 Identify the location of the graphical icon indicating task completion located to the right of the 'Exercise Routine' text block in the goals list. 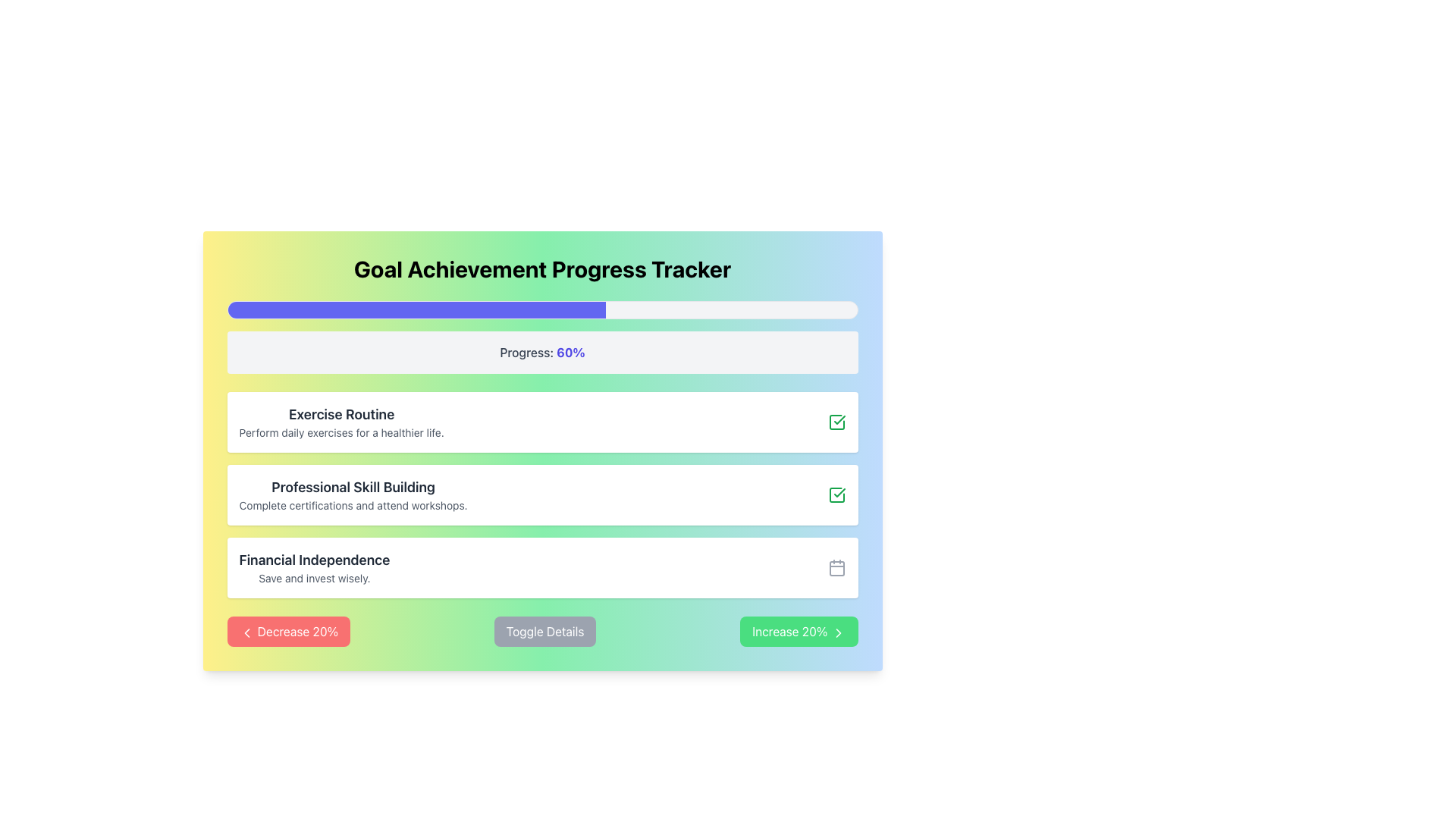
(836, 494).